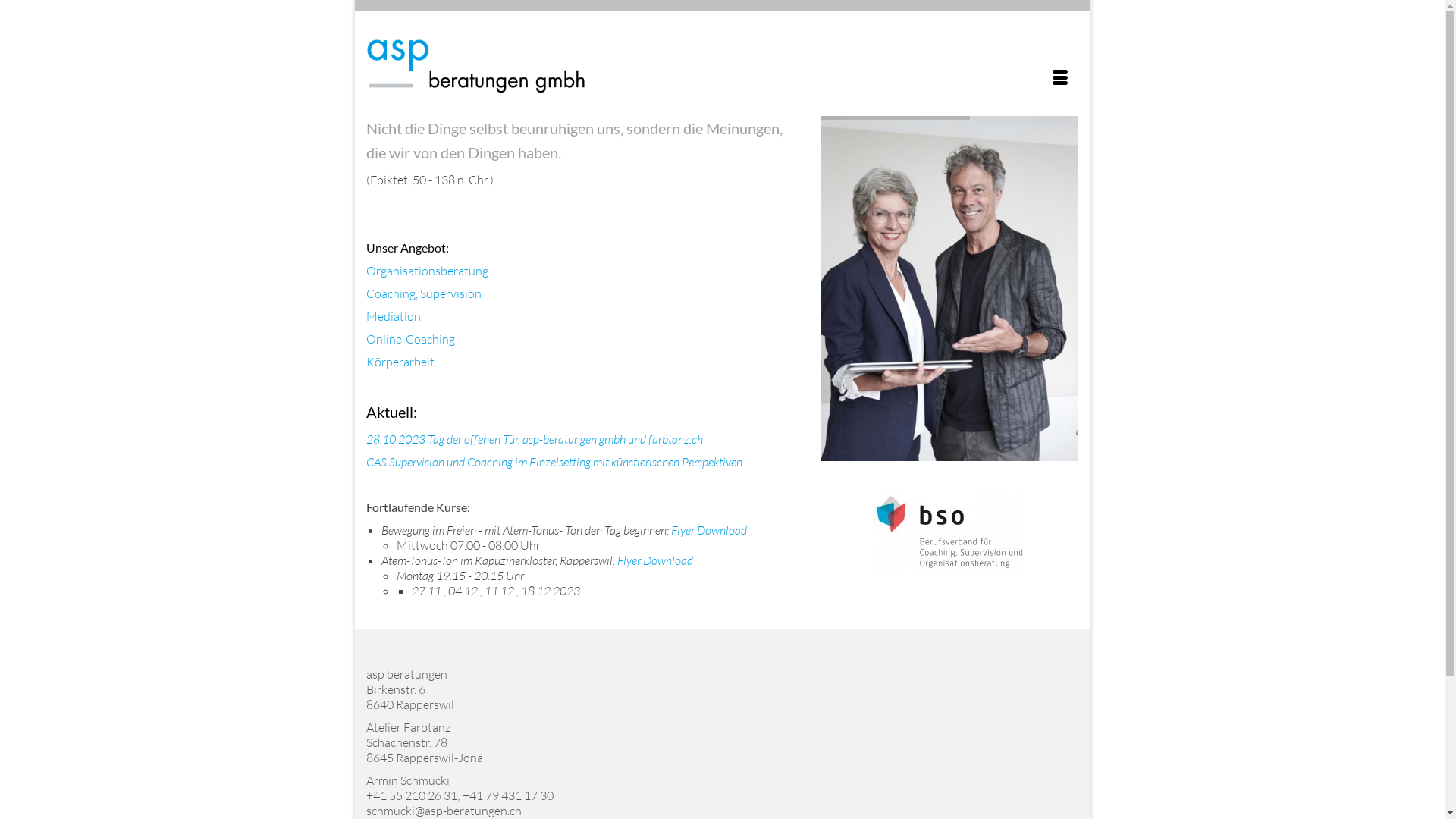 This screenshot has width=1456, height=819. What do you see at coordinates (655, 560) in the screenshot?
I see `'Flyer Download'` at bounding box center [655, 560].